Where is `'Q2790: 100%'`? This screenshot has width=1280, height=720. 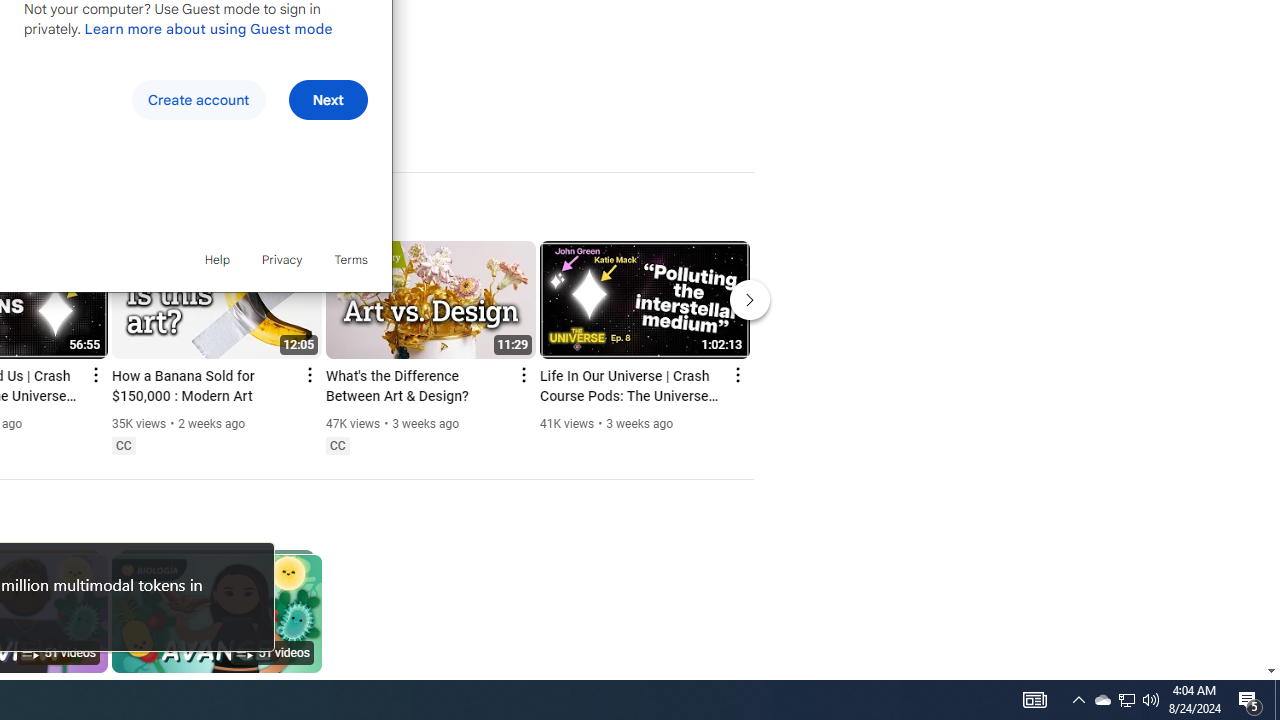 'Q2790: 100%' is located at coordinates (1151, 698).